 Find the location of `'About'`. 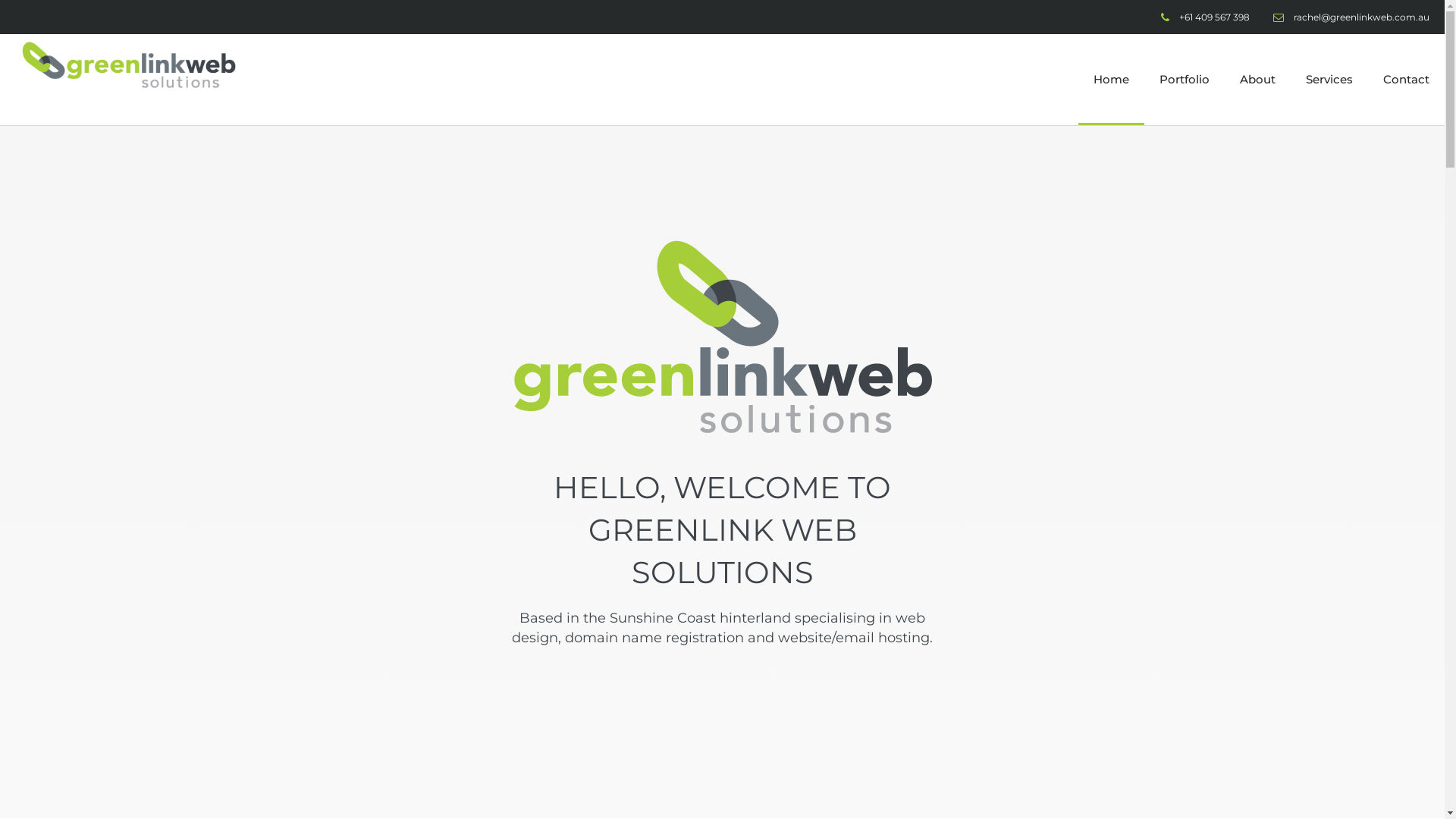

'About' is located at coordinates (1224, 79).